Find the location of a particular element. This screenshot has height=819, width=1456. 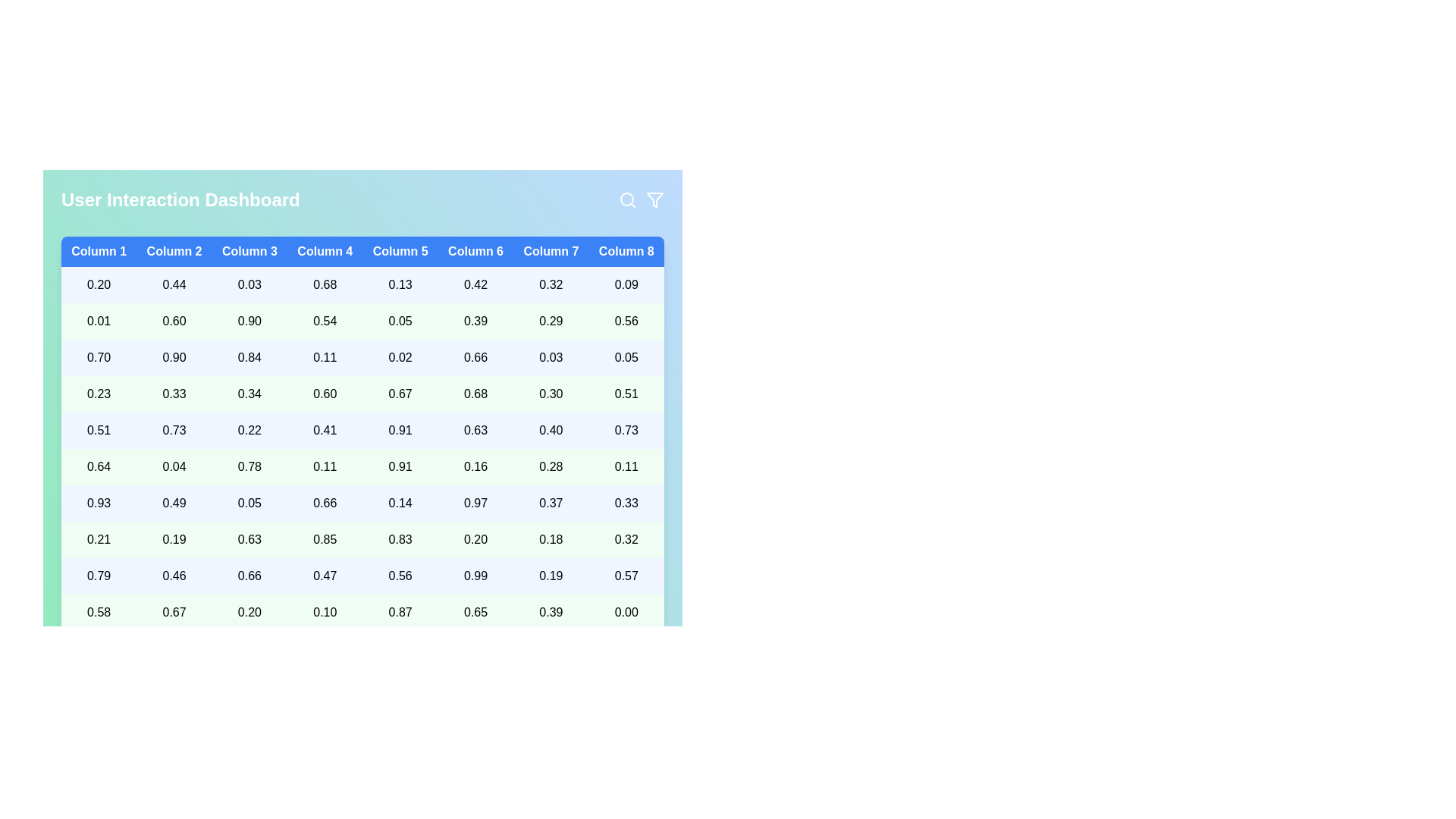

the filter icon to open filtering options is located at coordinates (655, 199).